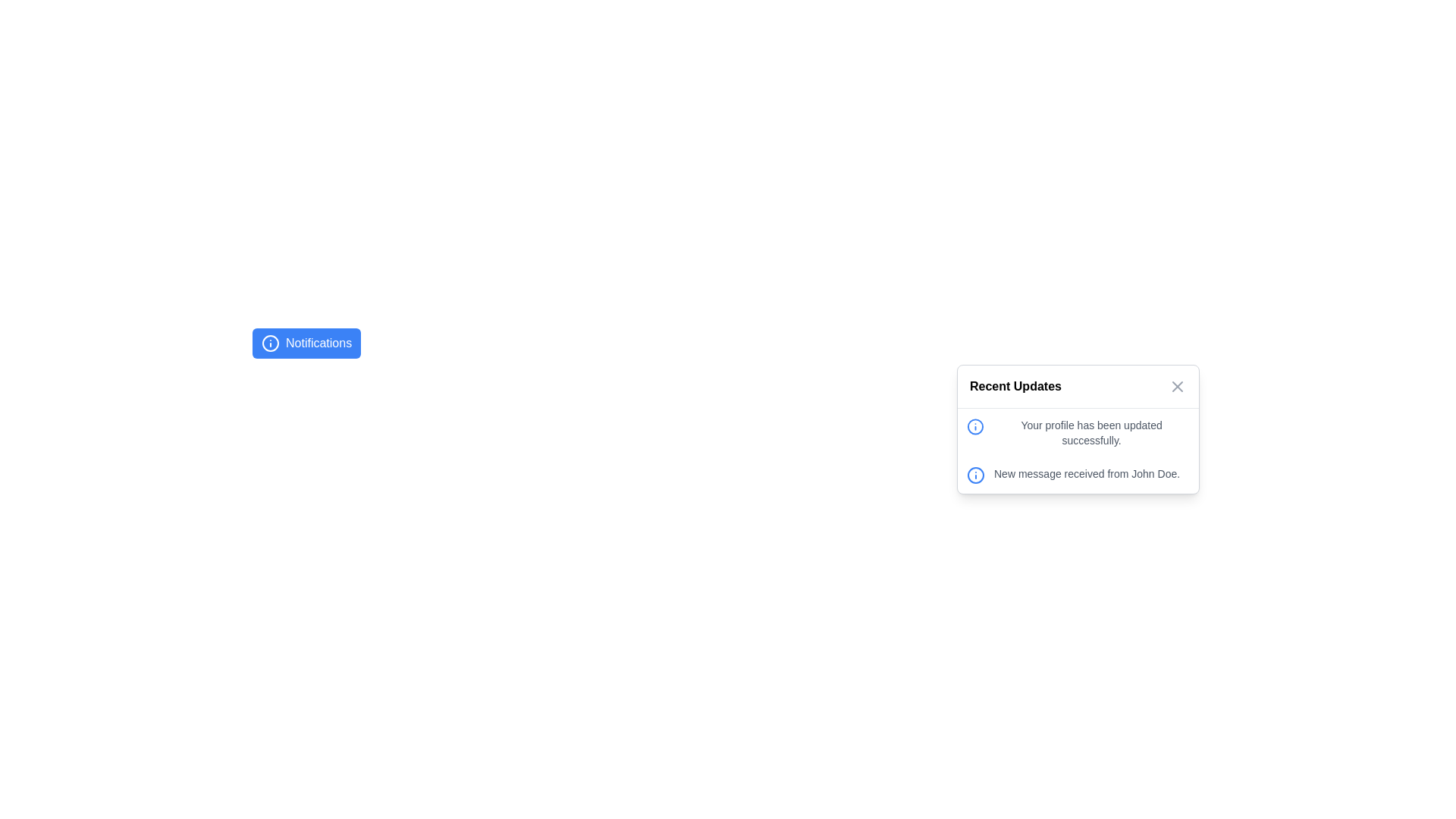  What do you see at coordinates (975, 475) in the screenshot?
I see `the circular icon element` at bounding box center [975, 475].